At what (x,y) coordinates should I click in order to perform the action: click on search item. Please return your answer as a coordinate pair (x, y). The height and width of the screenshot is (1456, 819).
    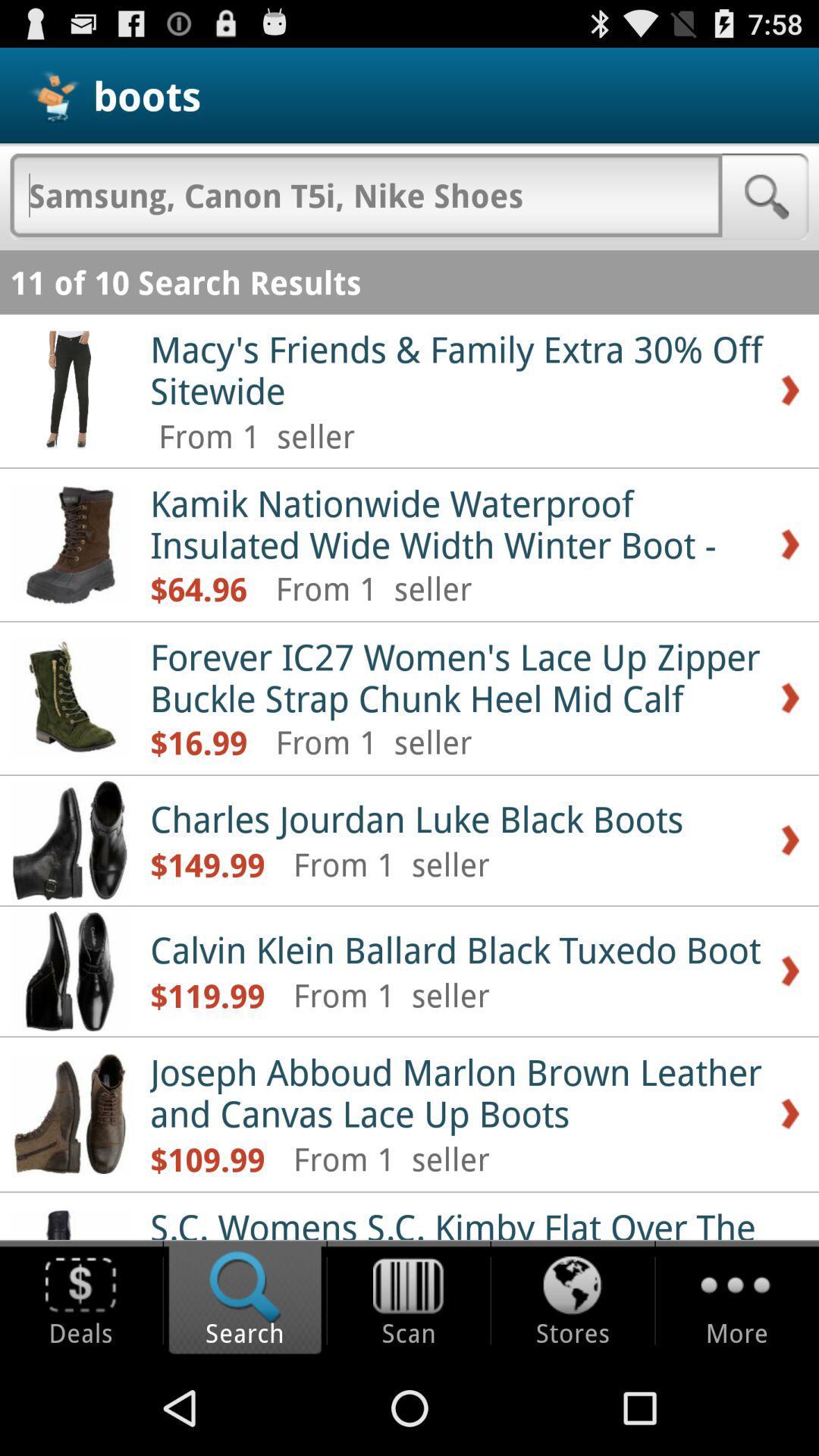
    Looking at the image, I should click on (366, 194).